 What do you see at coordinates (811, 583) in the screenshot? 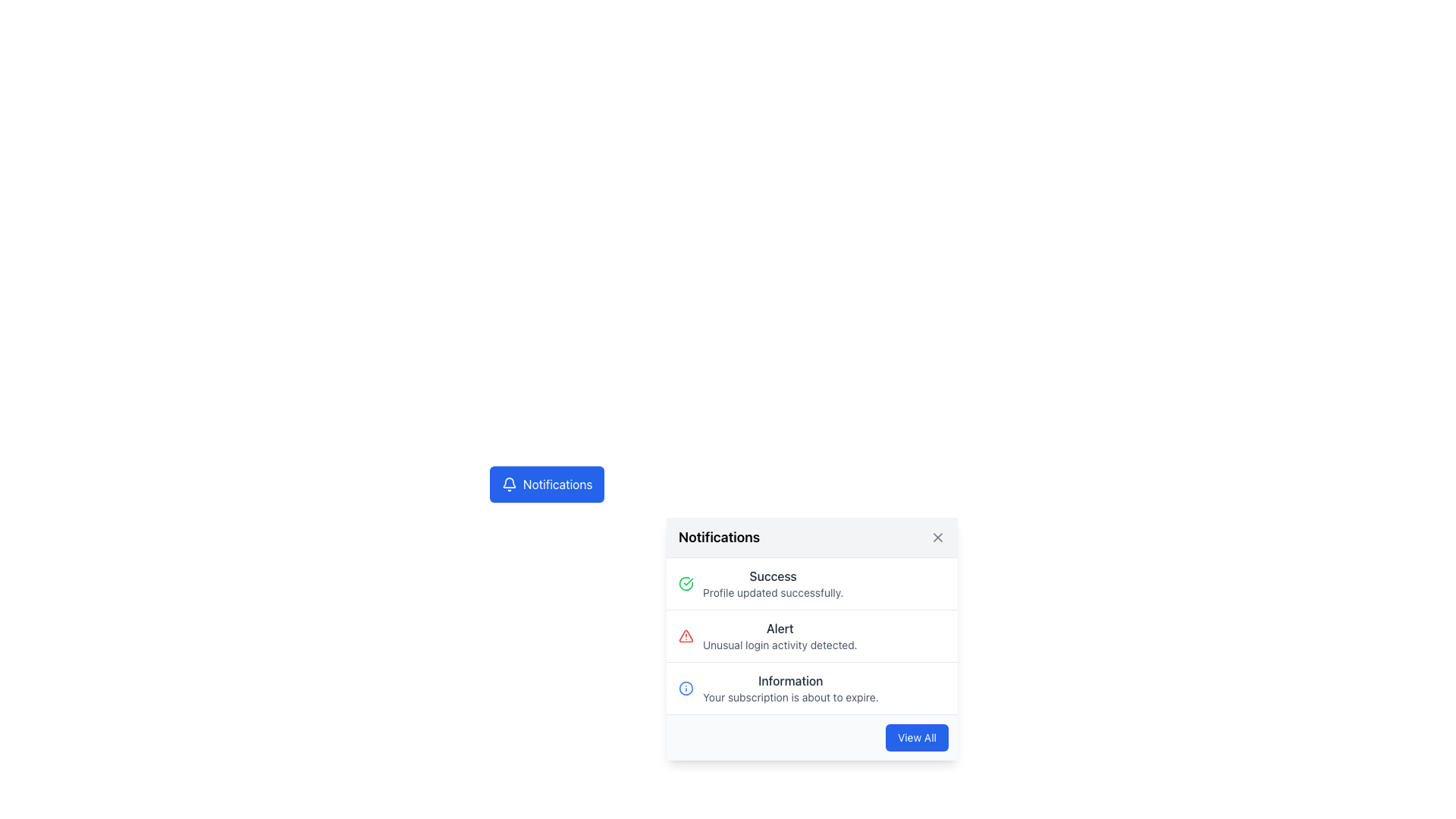
I see `the Notification item that displays a success message for profile updates, located at the first position in the notification list within a modal dialog` at bounding box center [811, 583].